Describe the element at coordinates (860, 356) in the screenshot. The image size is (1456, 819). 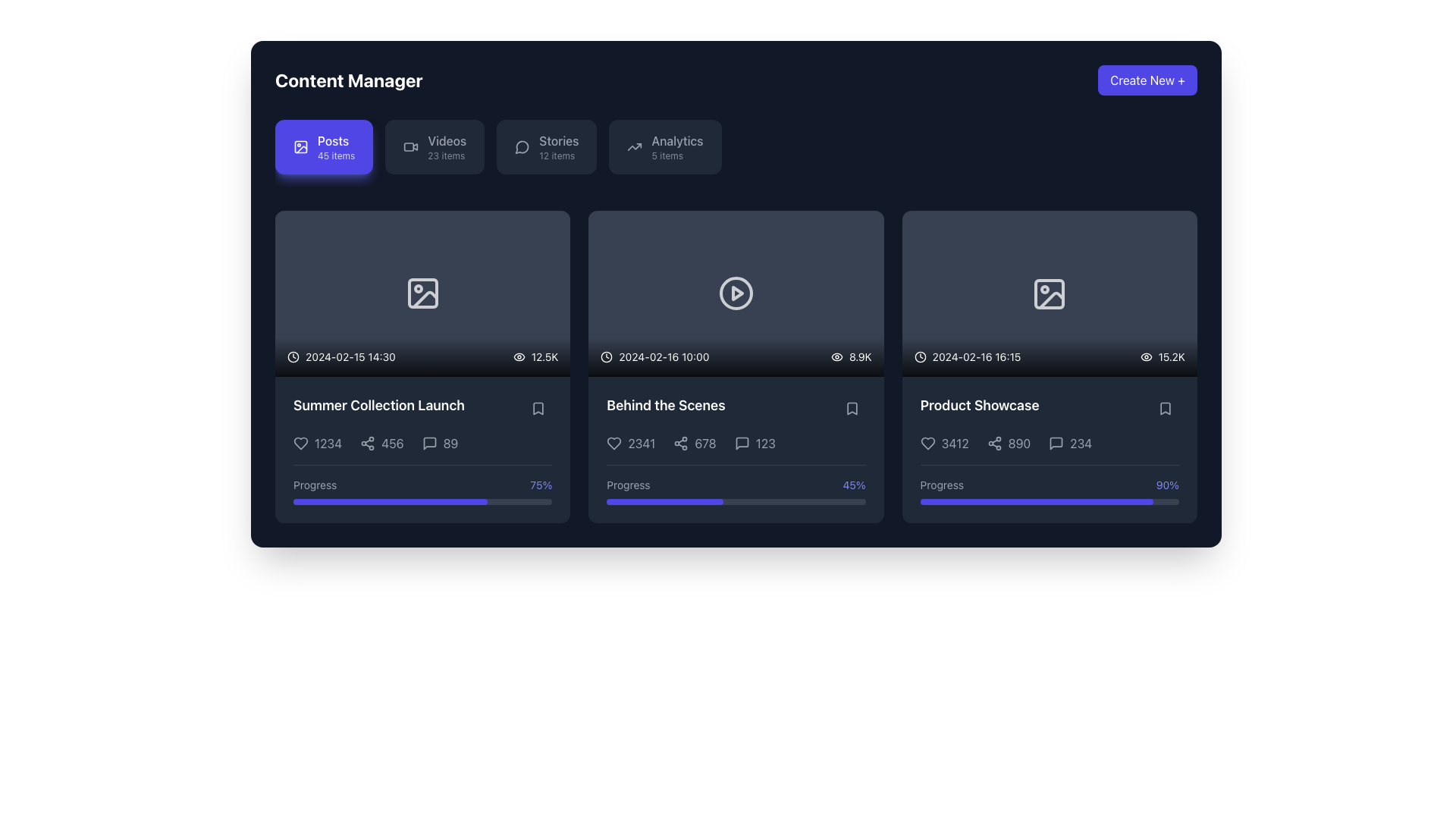
I see `the numerical value display text label located to the right of the eye-shaped icon in the third card under 'Product Showcase'` at that location.